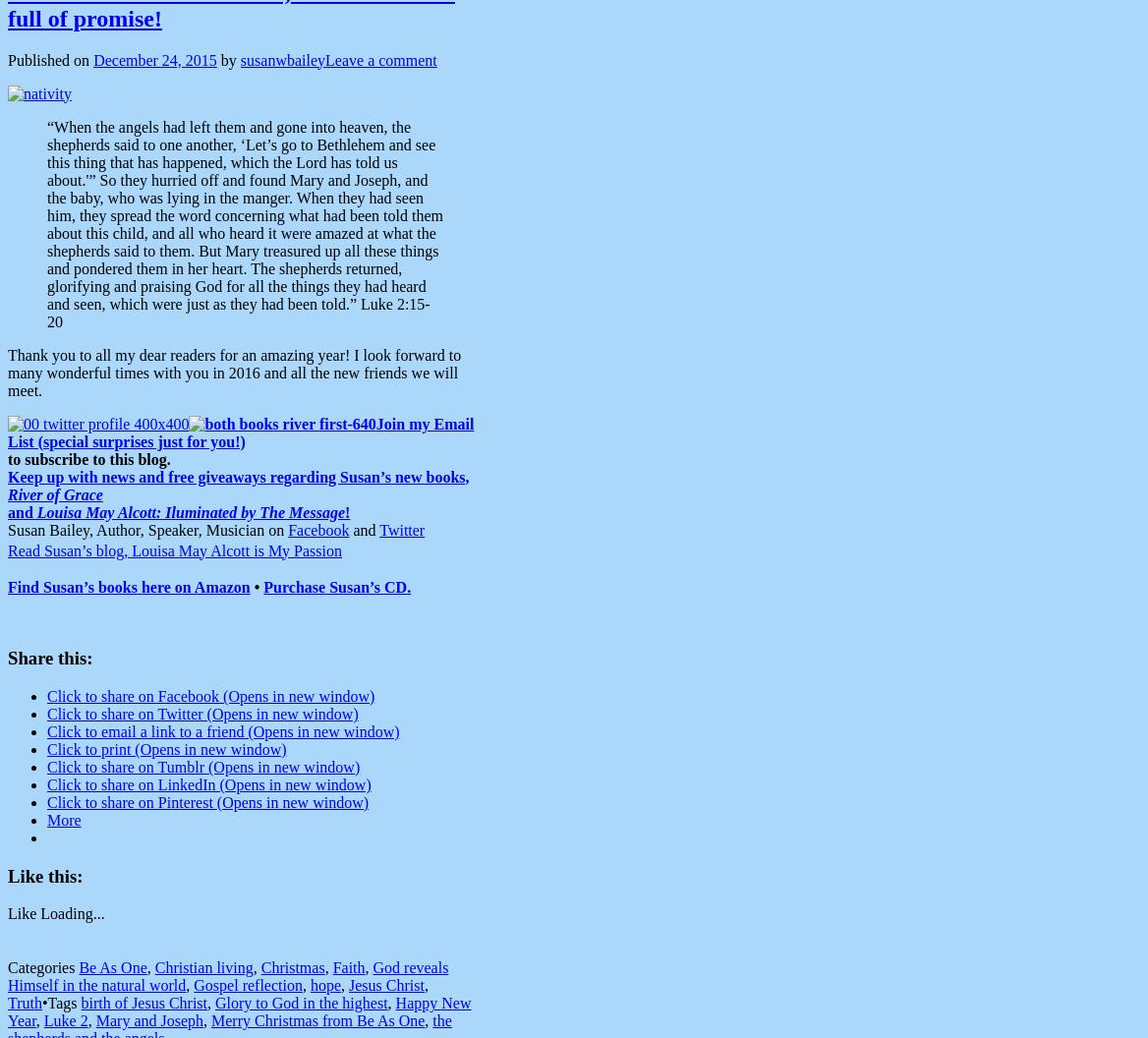 The image size is (1148, 1038). I want to click on 'Jesus Christ', so click(385, 984).